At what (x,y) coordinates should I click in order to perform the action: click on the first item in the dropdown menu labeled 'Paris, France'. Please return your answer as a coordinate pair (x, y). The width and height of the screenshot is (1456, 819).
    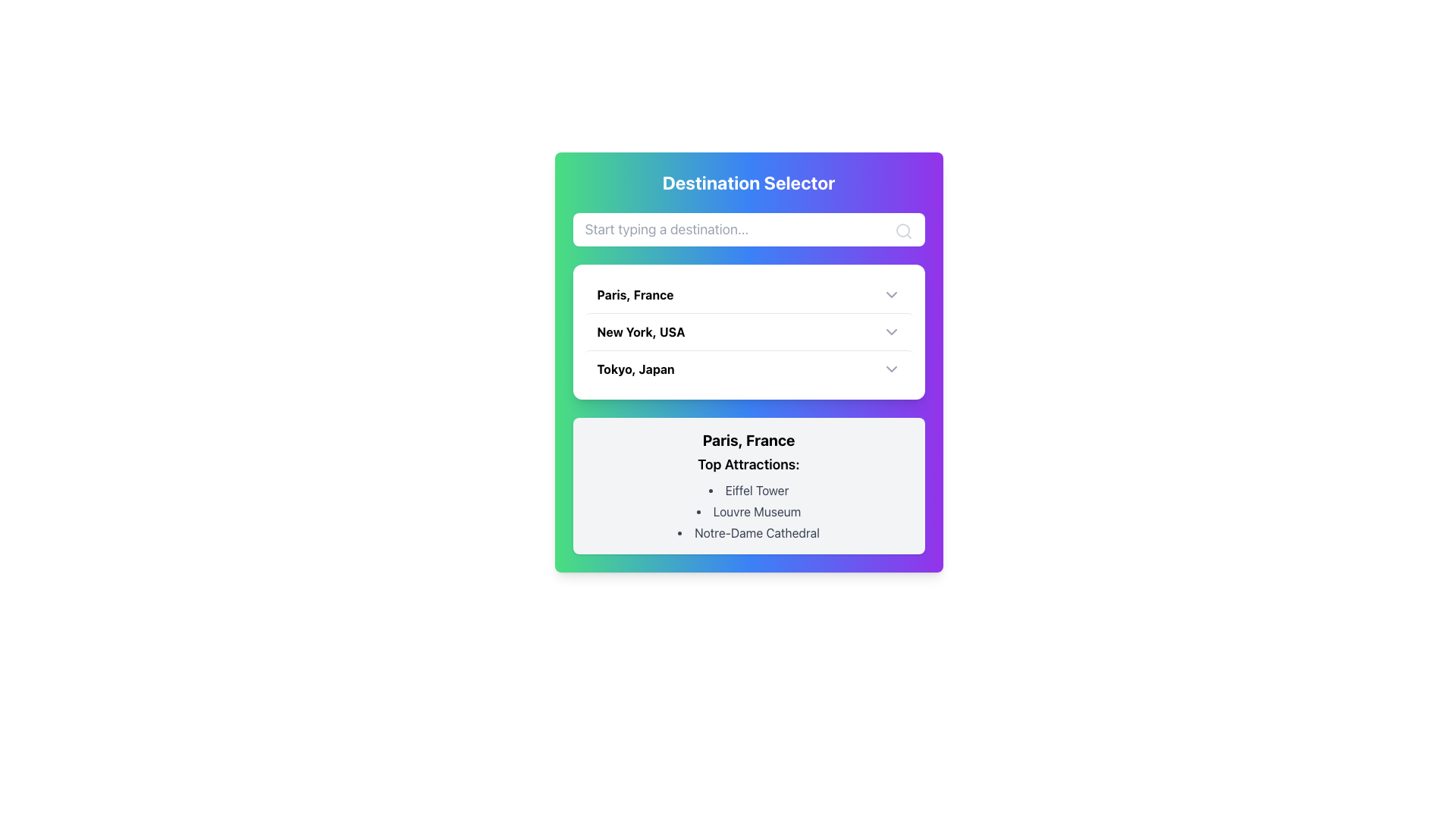
    Looking at the image, I should click on (748, 295).